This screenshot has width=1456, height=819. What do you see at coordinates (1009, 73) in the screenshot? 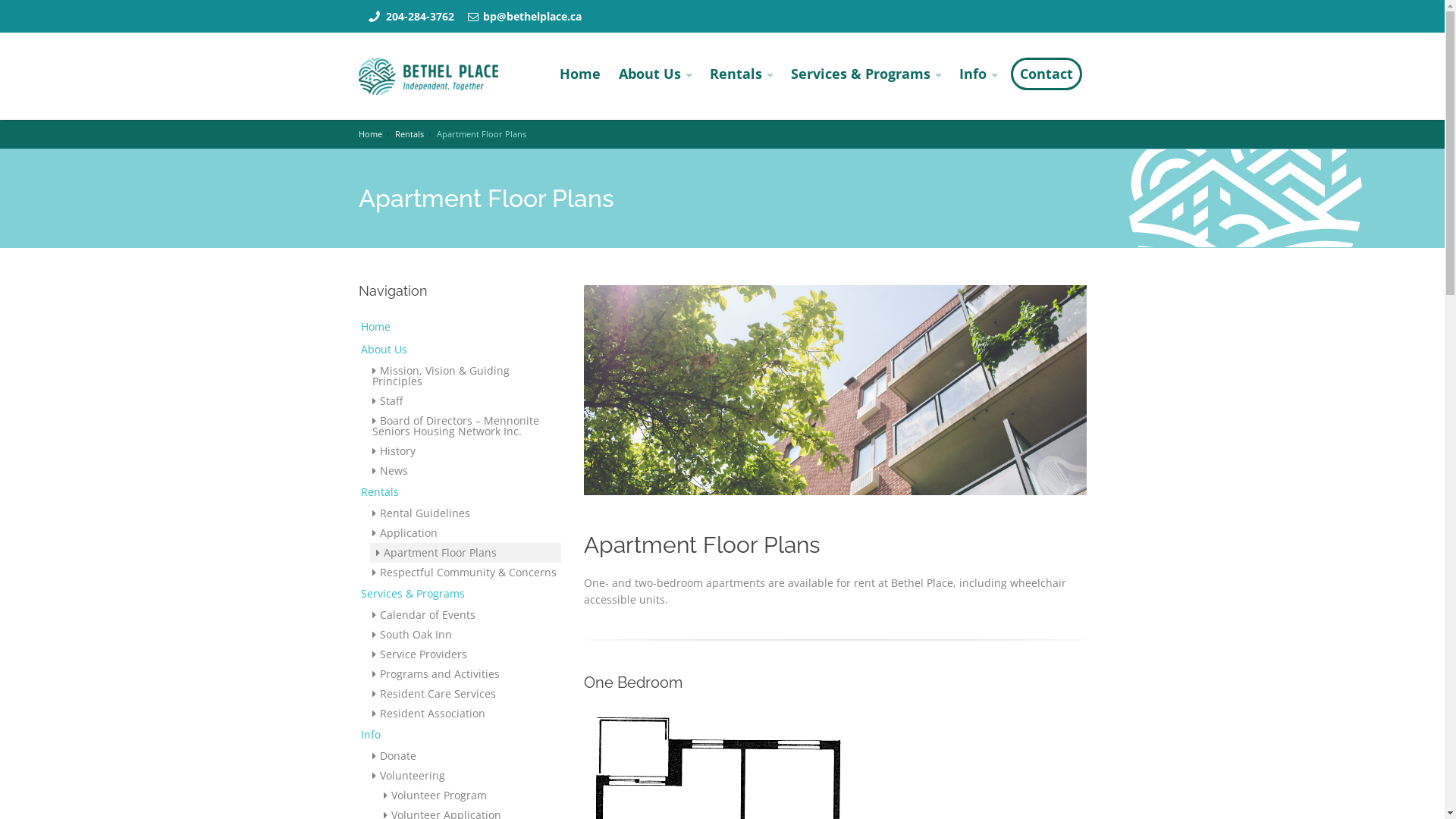
I see `'Contact'` at bounding box center [1009, 73].